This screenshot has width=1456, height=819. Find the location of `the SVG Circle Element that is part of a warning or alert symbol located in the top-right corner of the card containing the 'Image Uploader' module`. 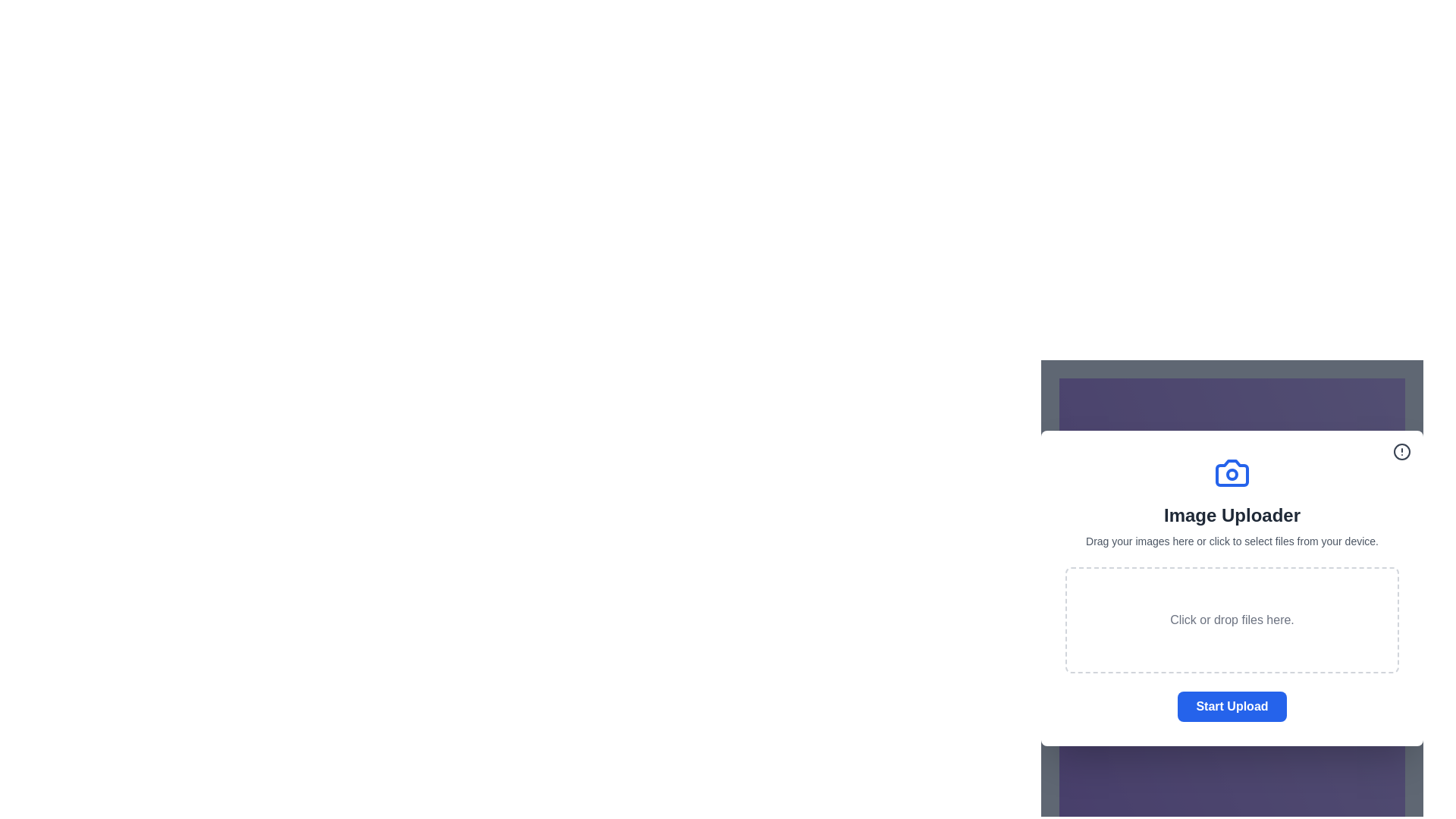

the SVG Circle Element that is part of a warning or alert symbol located in the top-right corner of the card containing the 'Image Uploader' module is located at coordinates (1401, 451).